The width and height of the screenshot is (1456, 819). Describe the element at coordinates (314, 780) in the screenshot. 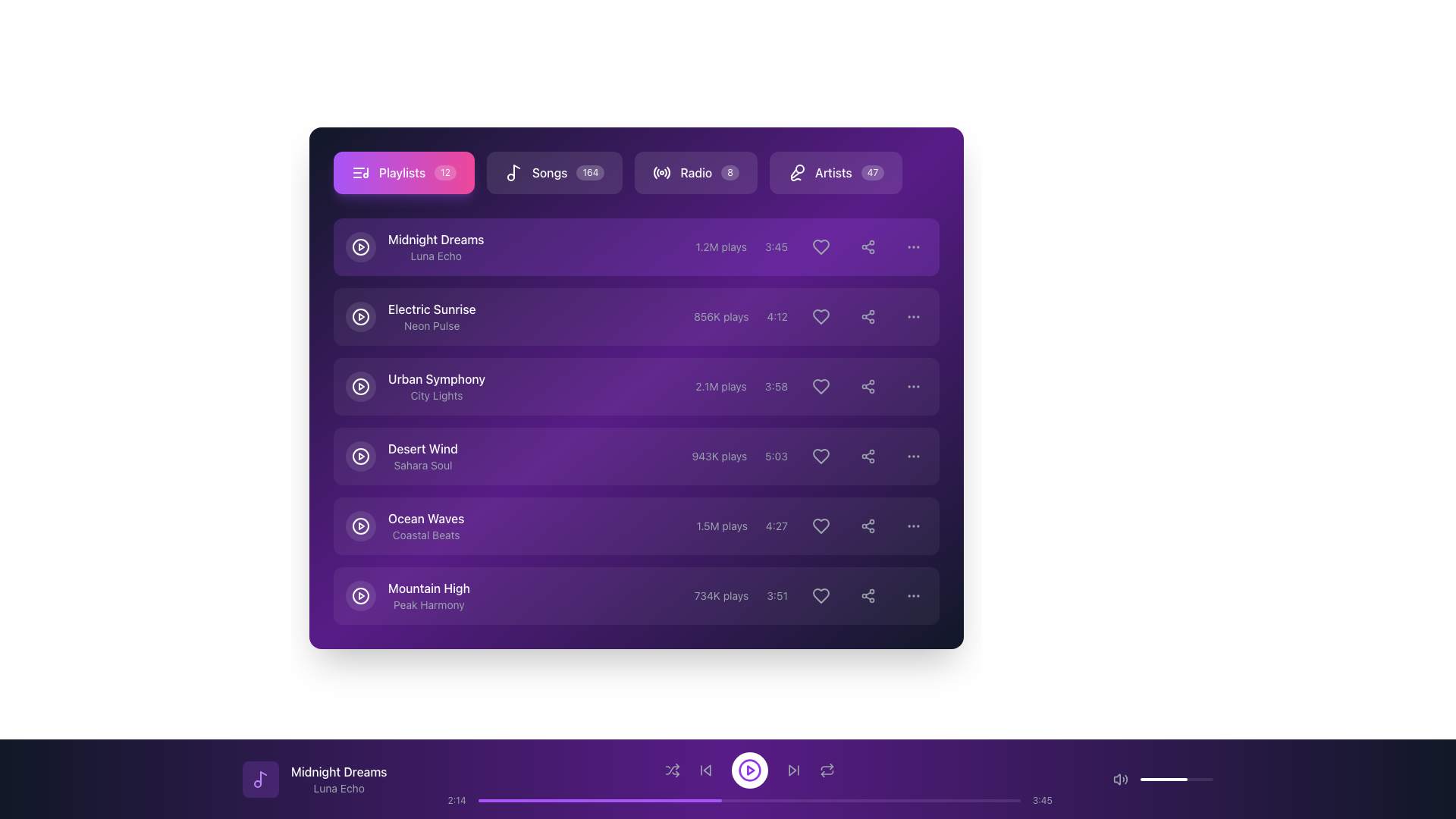

I see `the Text with Icon element displaying 'Midnight Dreams' and 'Luna Echo' in the bottom-left corner of the footer bar` at that location.